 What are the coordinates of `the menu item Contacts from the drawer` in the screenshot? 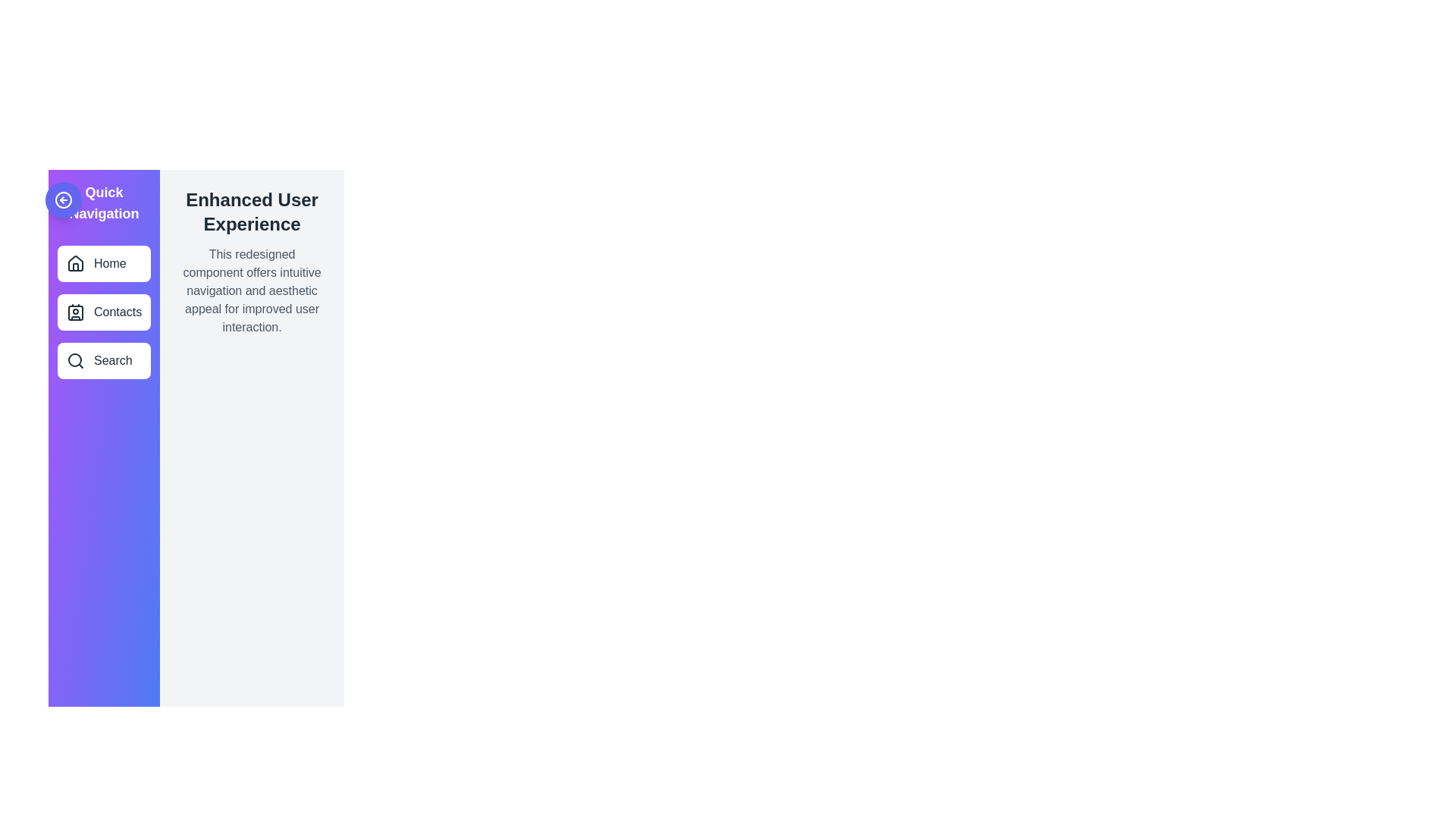 It's located at (103, 312).